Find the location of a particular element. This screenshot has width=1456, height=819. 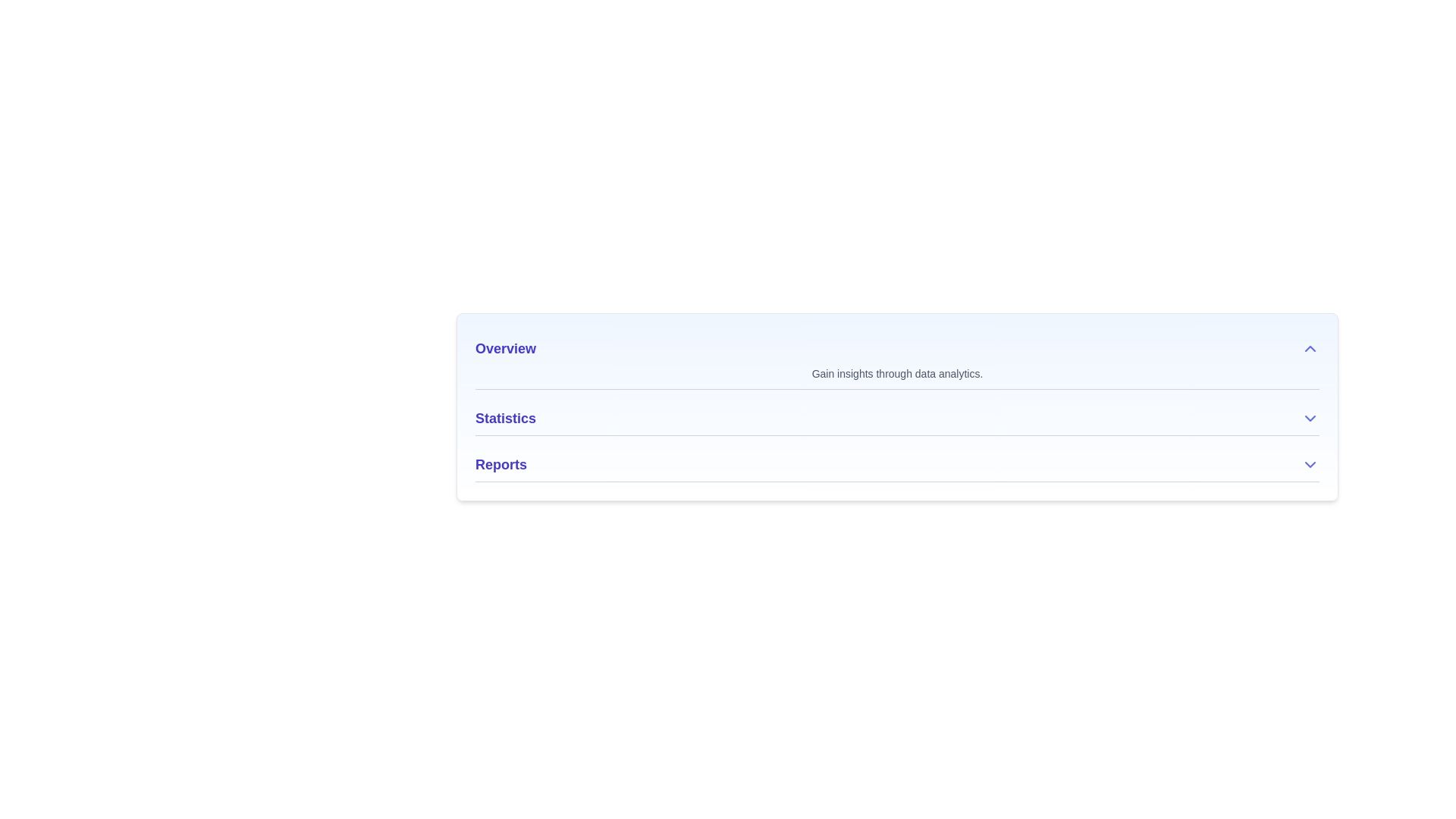

the indigo downward-facing chevron icon located to the right of the 'Reports' header is located at coordinates (1310, 463).